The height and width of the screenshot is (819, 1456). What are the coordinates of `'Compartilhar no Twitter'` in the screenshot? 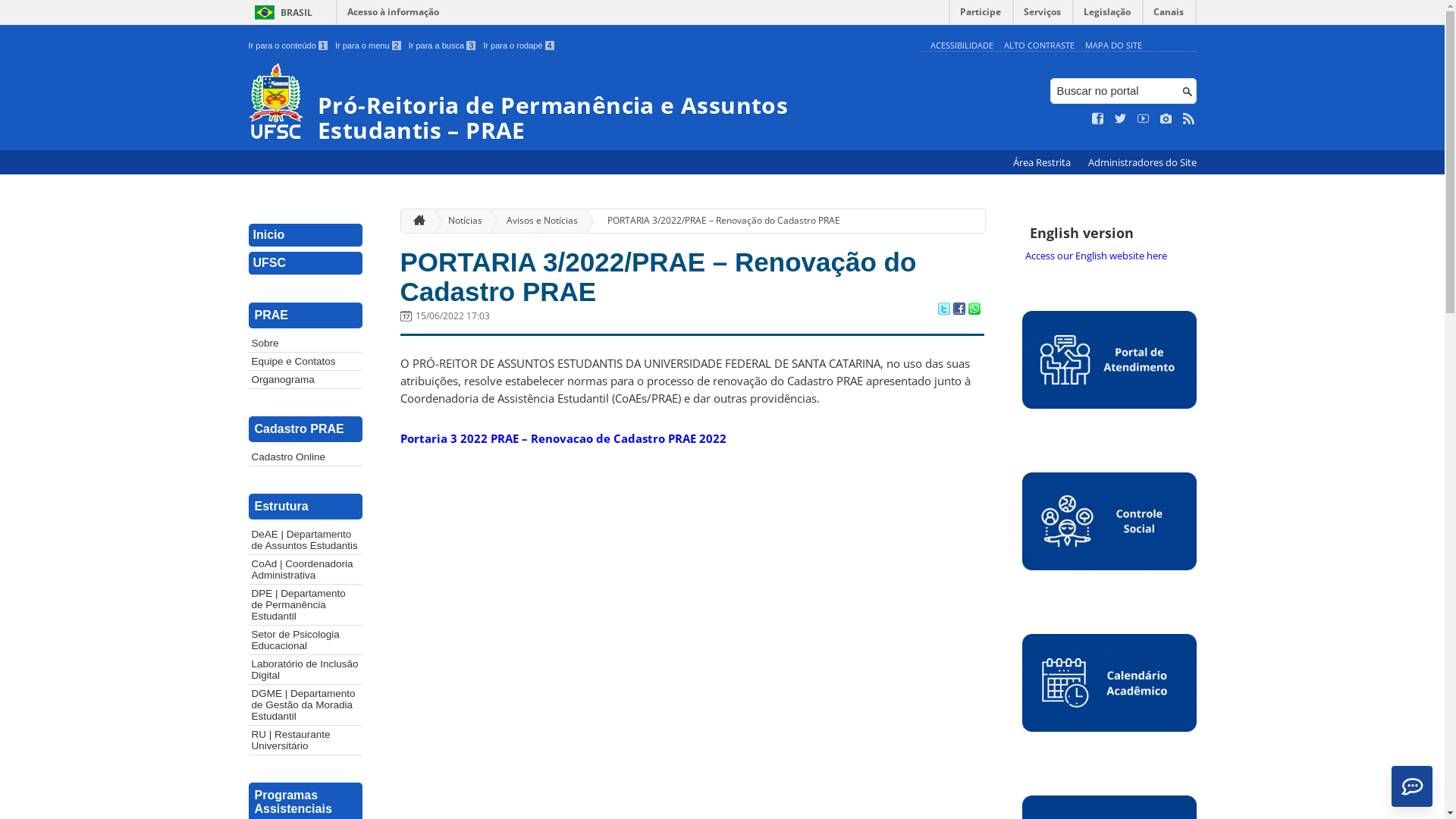 It's located at (942, 309).